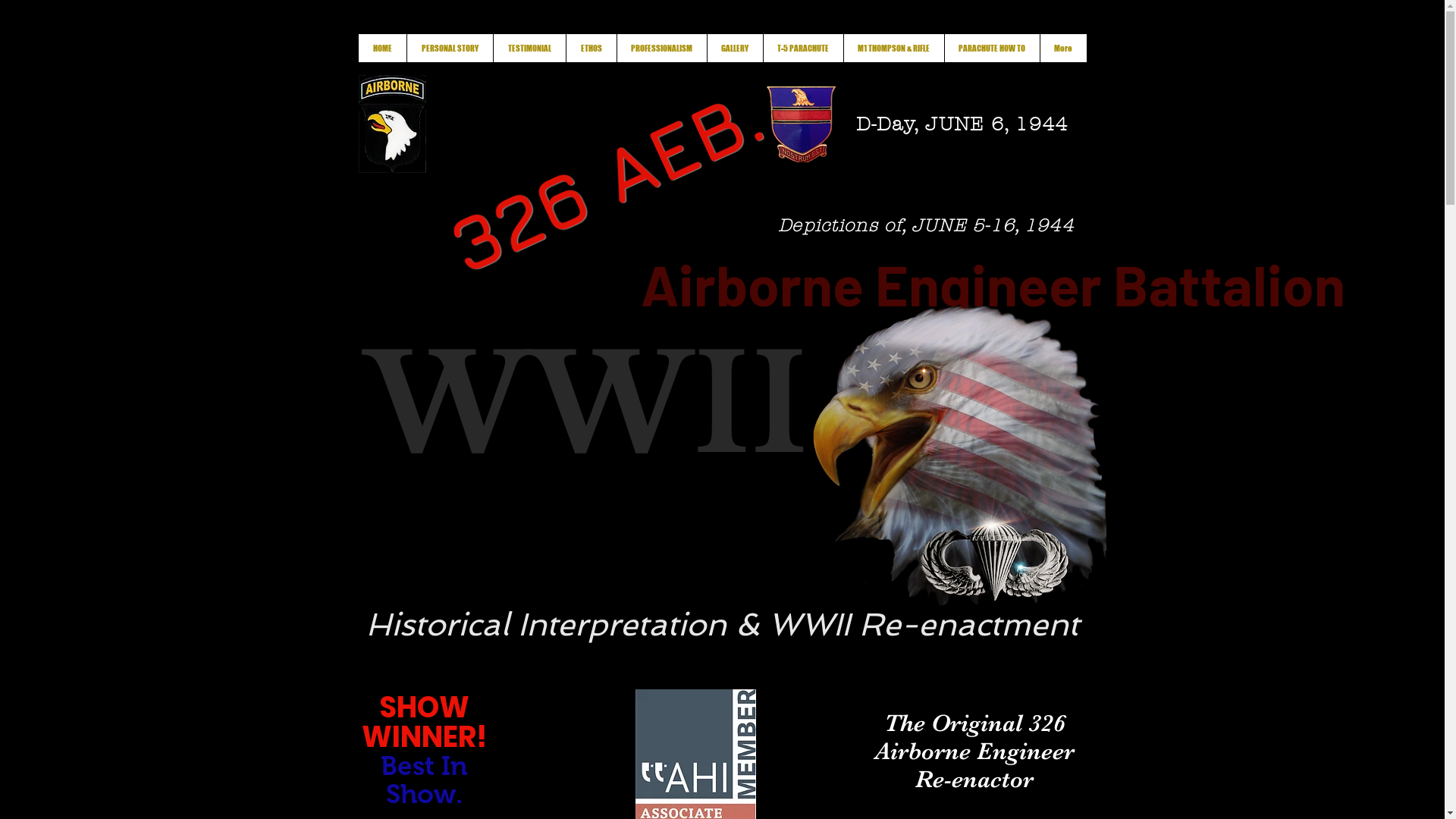 This screenshot has width=1456, height=819. What do you see at coordinates (590, 47) in the screenshot?
I see `'ETHOS'` at bounding box center [590, 47].